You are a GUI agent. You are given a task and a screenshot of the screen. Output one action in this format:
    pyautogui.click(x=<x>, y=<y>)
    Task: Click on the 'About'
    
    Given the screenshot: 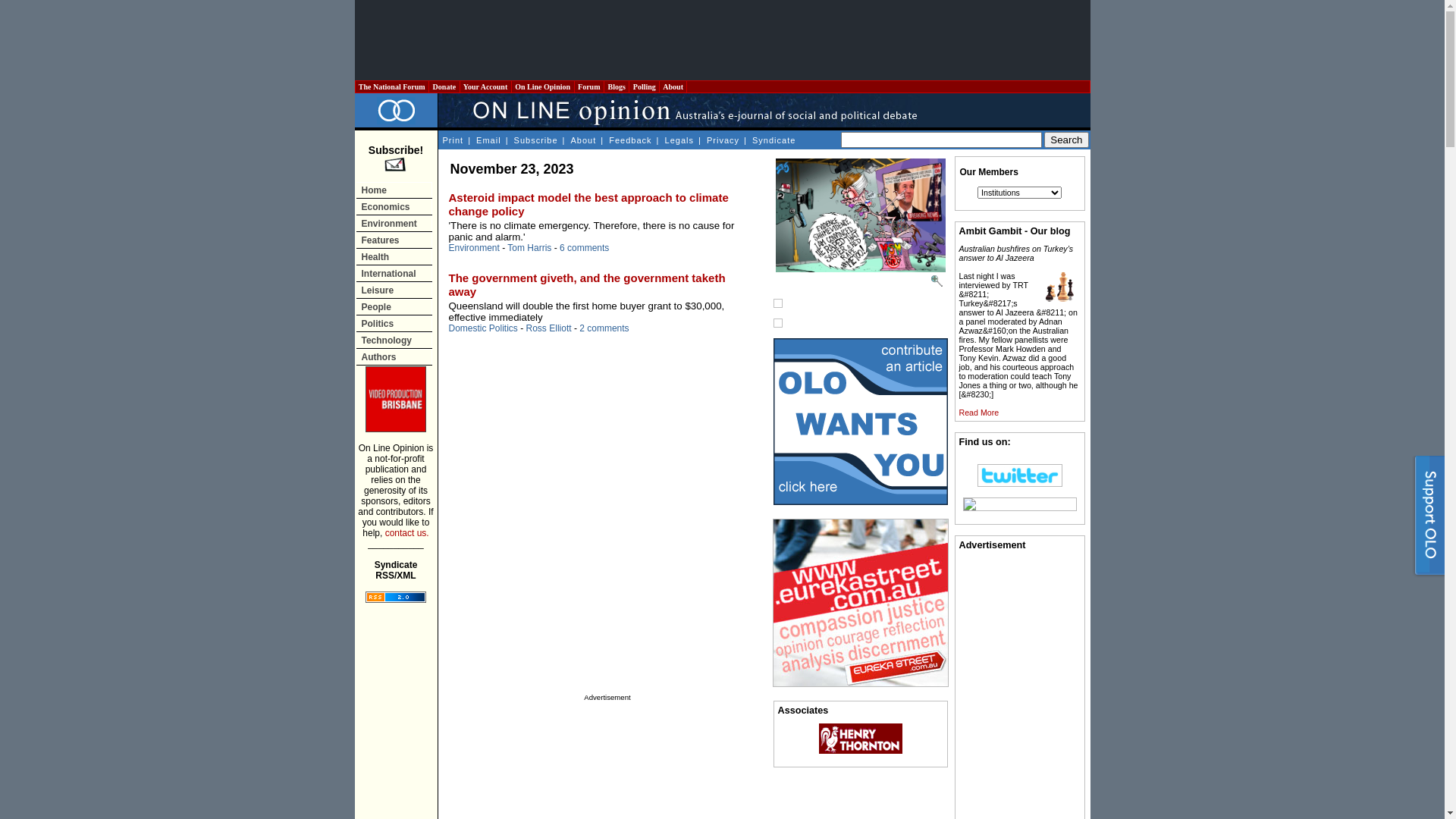 What is the action you would take?
    pyautogui.click(x=582, y=140)
    